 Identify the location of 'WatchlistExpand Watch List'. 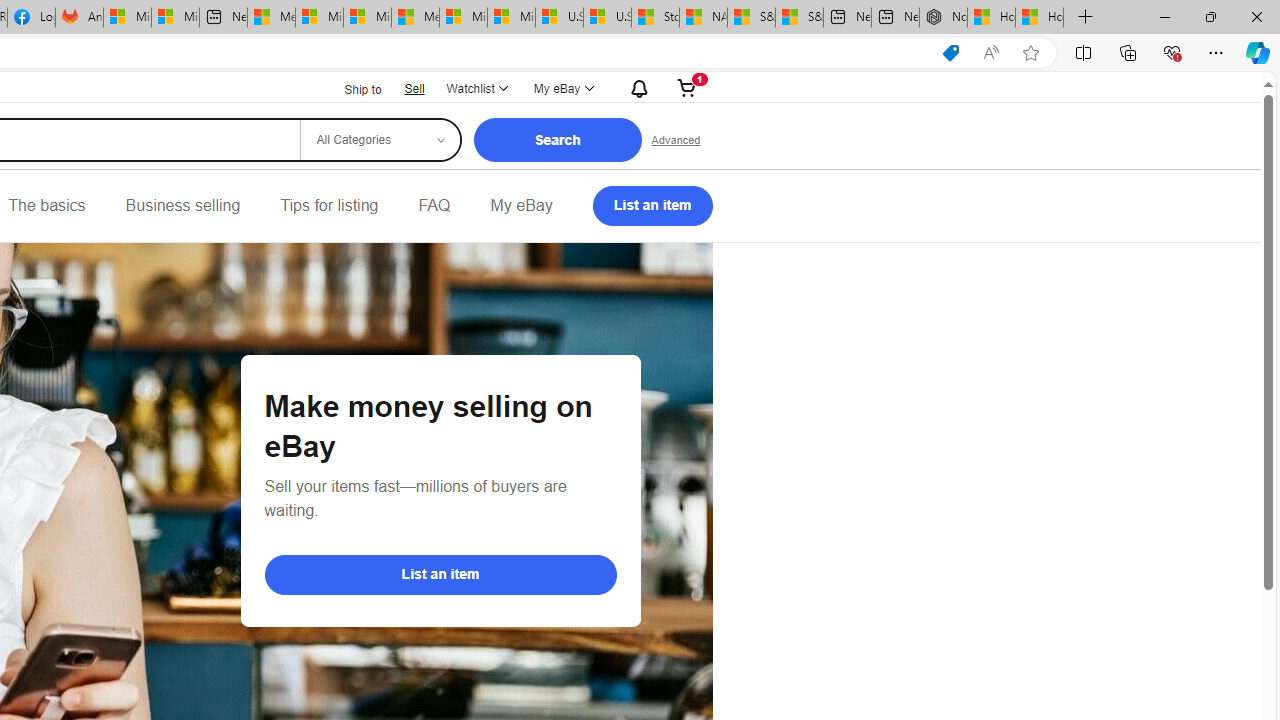
(475, 87).